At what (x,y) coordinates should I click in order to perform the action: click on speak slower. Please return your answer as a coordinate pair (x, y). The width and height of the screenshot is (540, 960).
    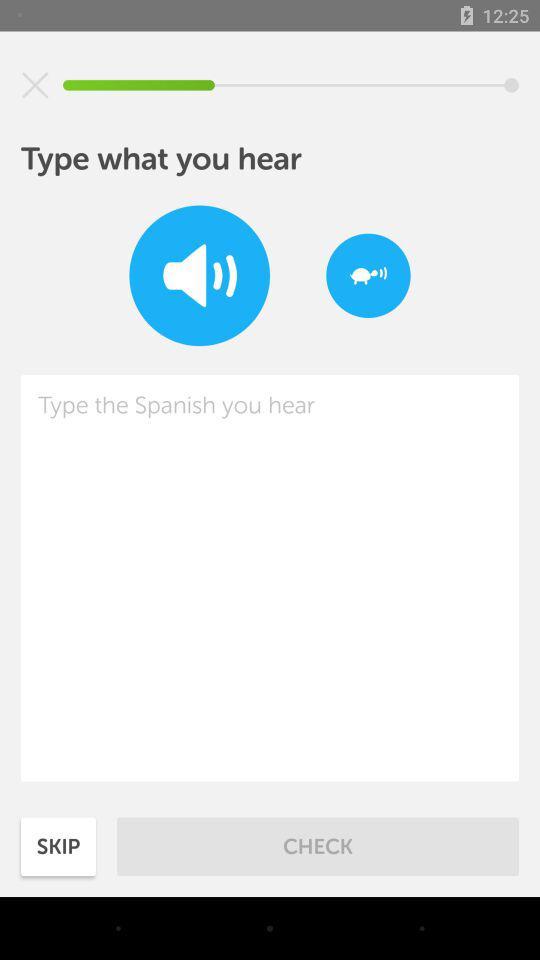
    Looking at the image, I should click on (367, 274).